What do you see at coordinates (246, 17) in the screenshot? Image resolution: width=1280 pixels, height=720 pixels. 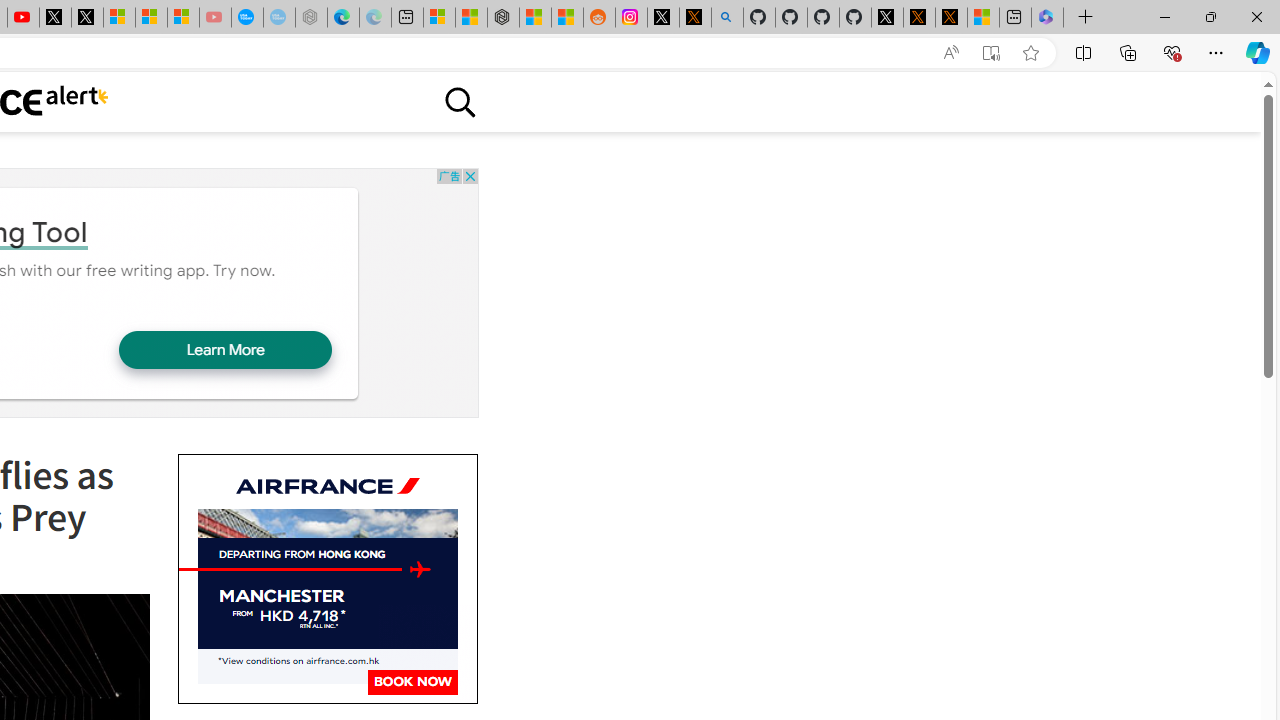 I see `'Opinion: Op-Ed and Commentary - USA TODAY'` at bounding box center [246, 17].